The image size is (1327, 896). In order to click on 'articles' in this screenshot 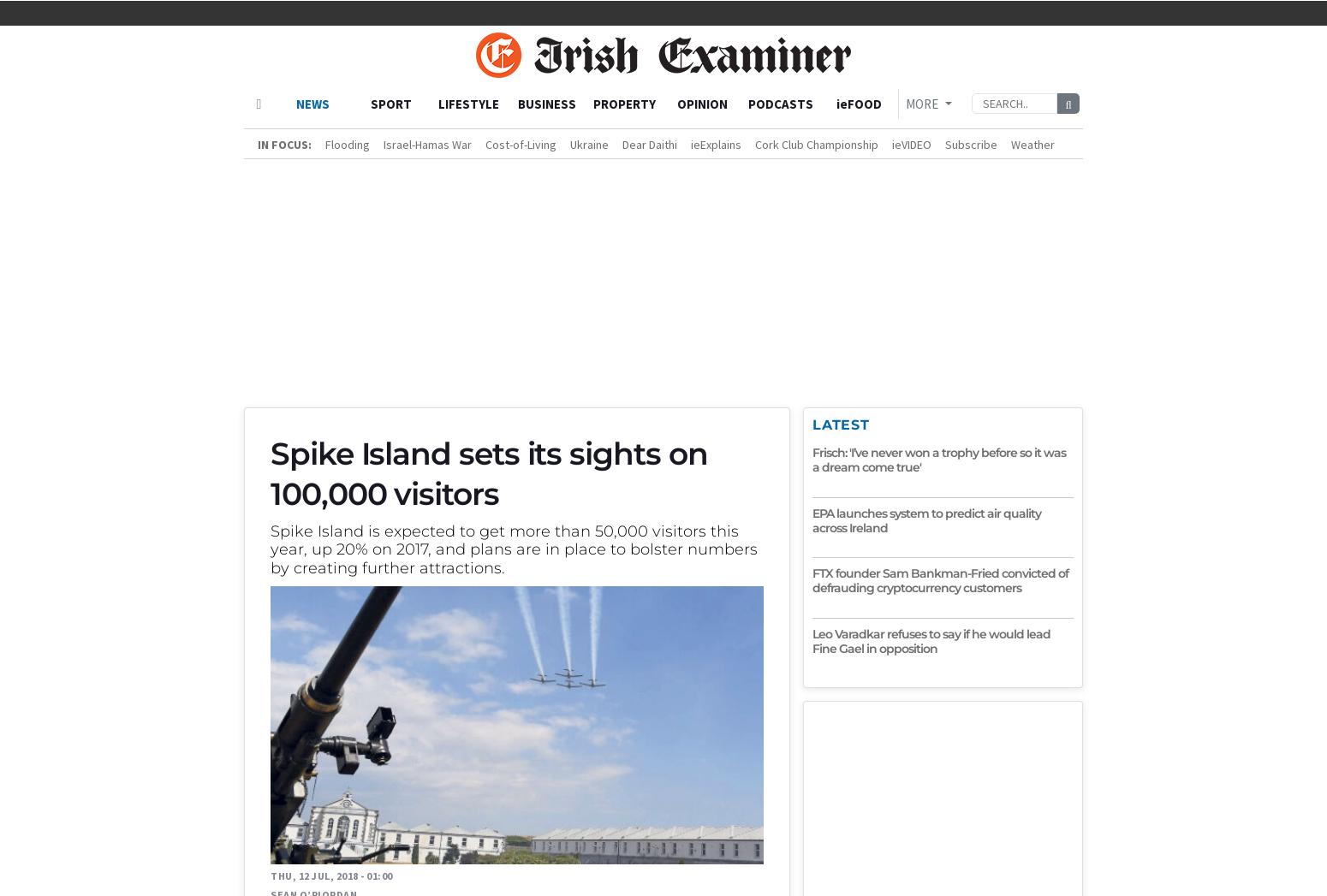, I will do `click(469, 561)`.